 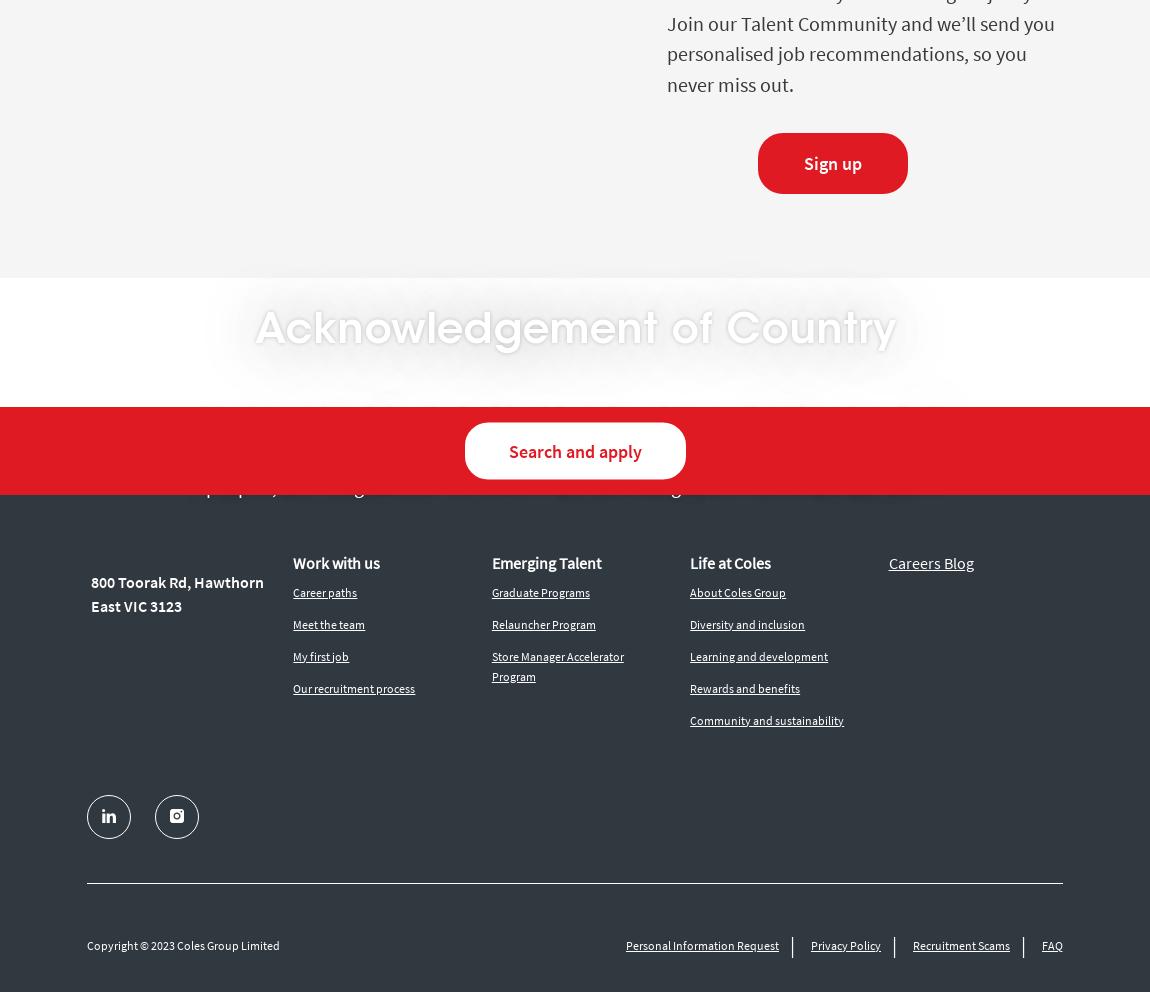 I want to click on 'Meet the team', so click(x=293, y=623).